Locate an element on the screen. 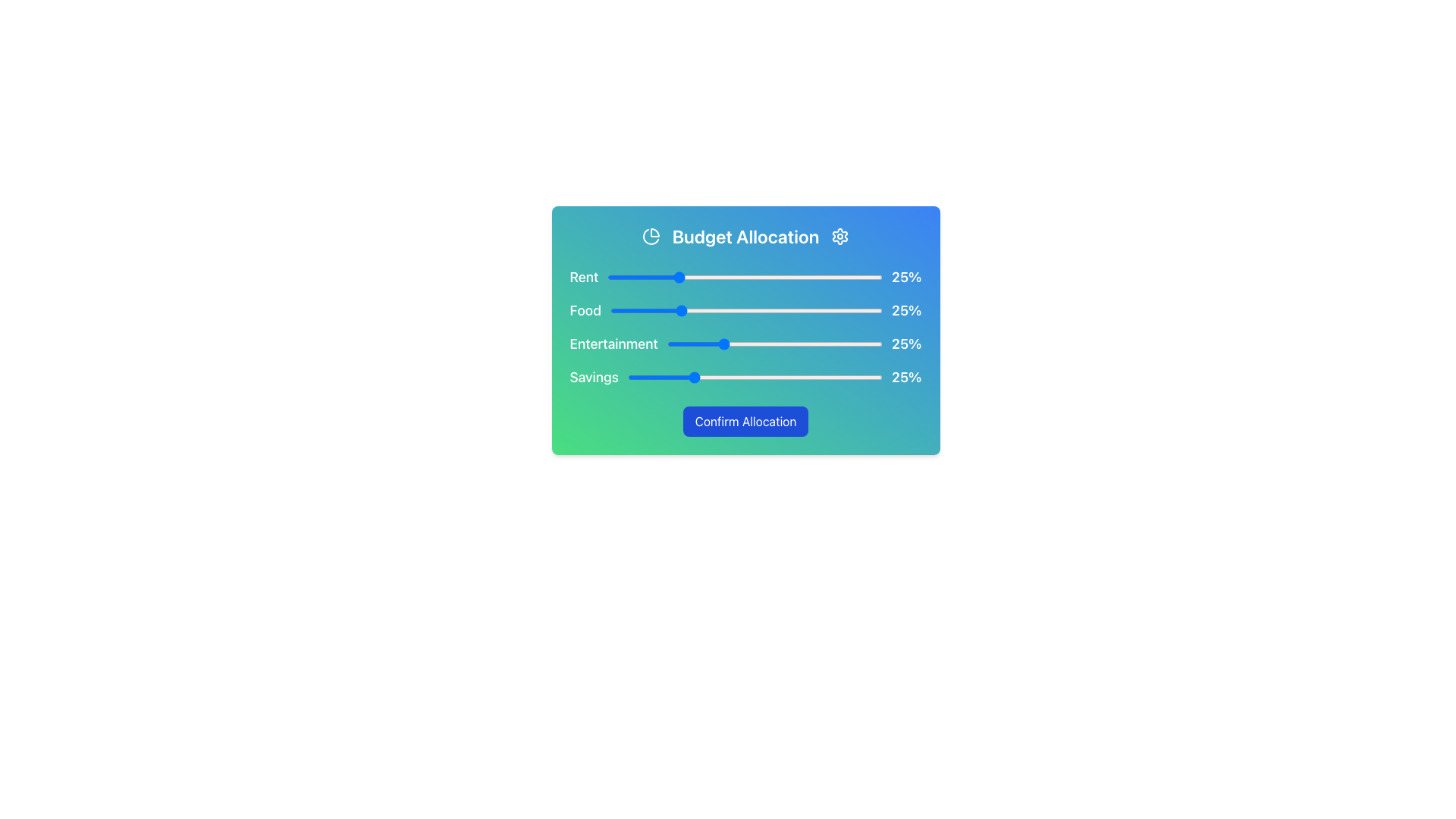 Image resolution: width=1456 pixels, height=819 pixels. the savings allocation is located at coordinates (720, 376).